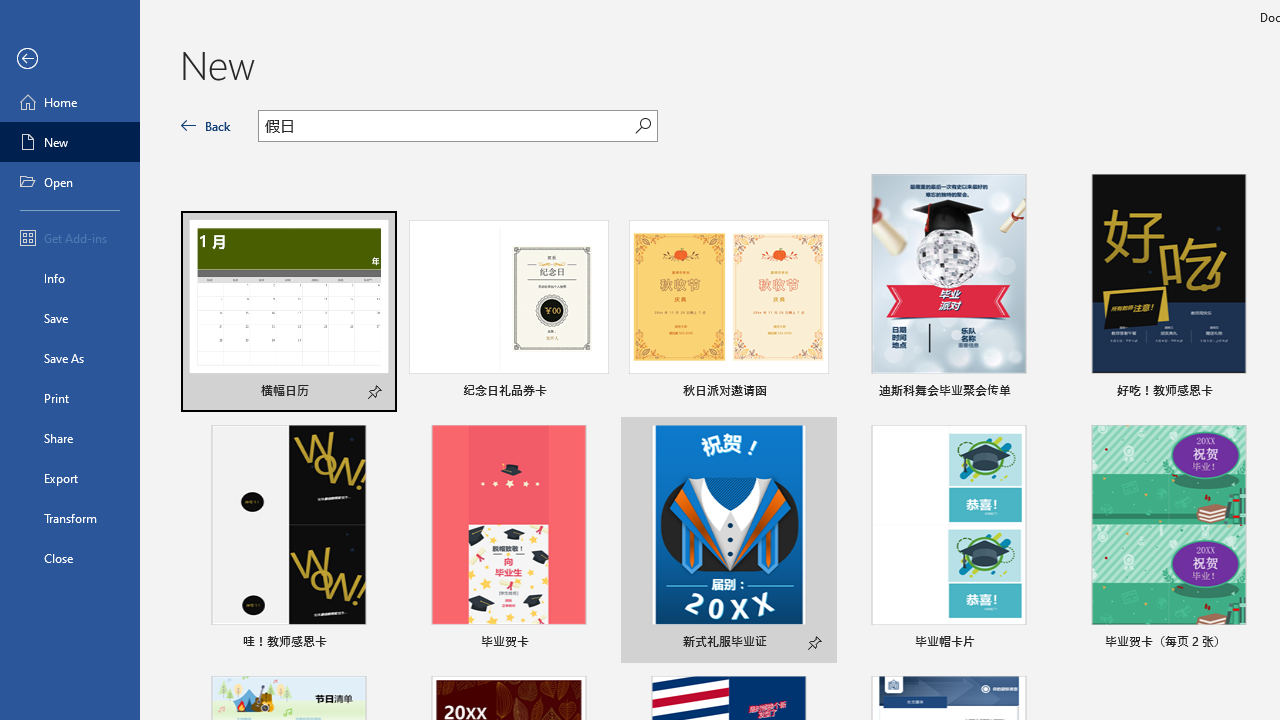 This screenshot has height=720, width=1280. I want to click on 'Back', so click(206, 125).